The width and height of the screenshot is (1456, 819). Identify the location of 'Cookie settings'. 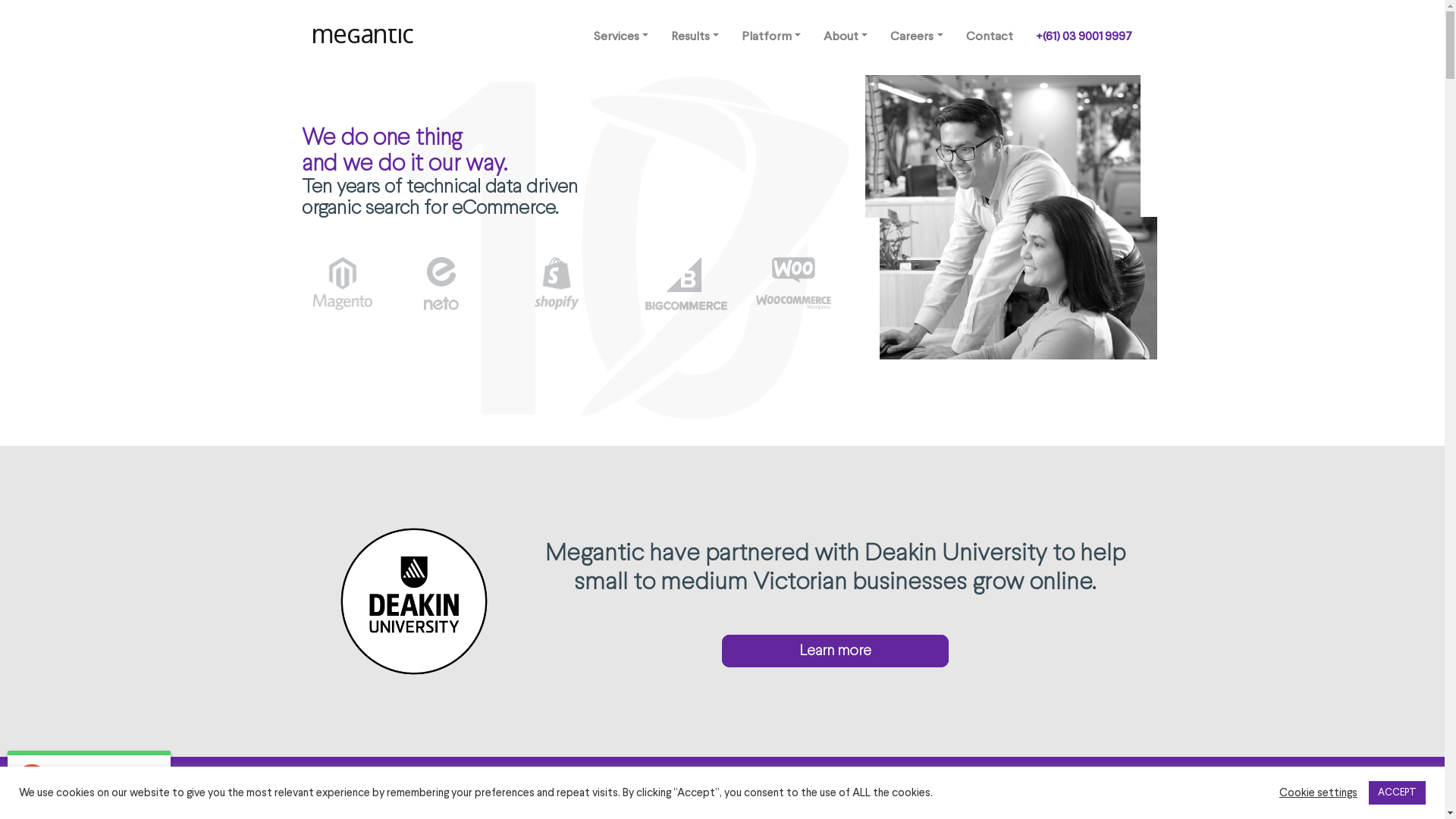
(1278, 792).